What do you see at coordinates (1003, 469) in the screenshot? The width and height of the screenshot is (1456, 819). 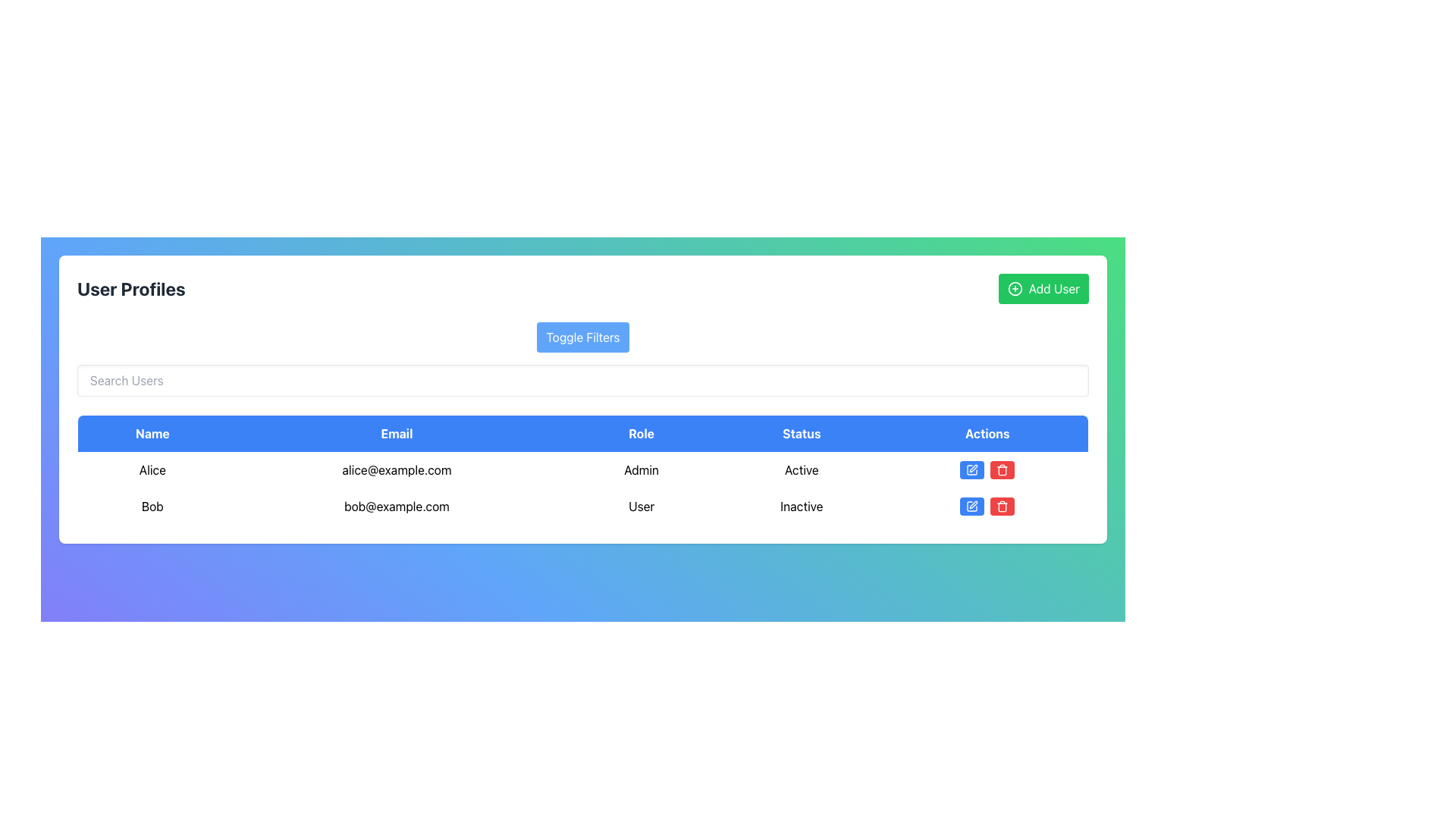 I see `the delete button in the 'Actions' section of the table, positioned to the right of the 'Edit' button` at bounding box center [1003, 469].